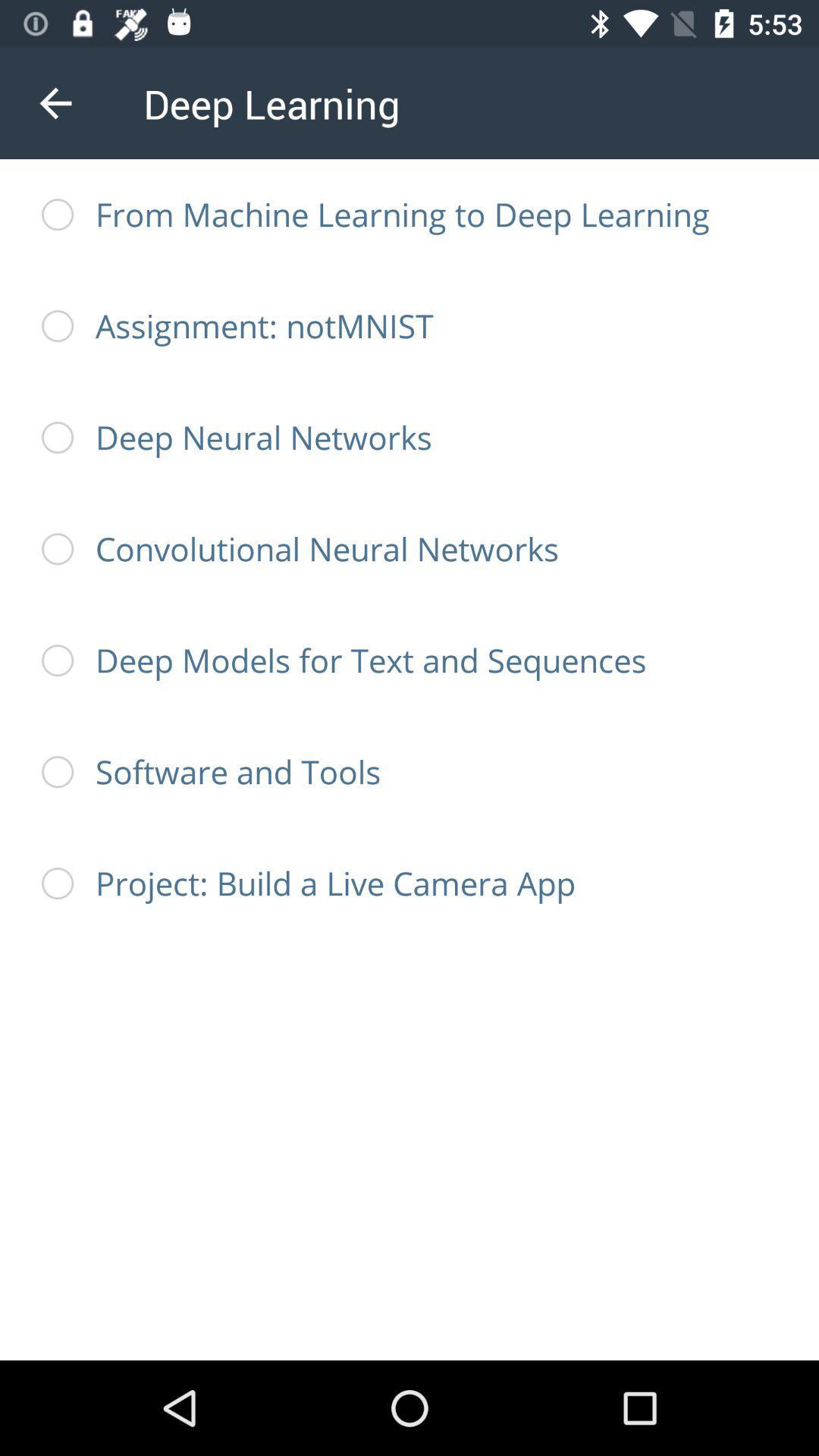  Describe the element at coordinates (55, 102) in the screenshot. I see `the icon next to deep learning icon` at that location.